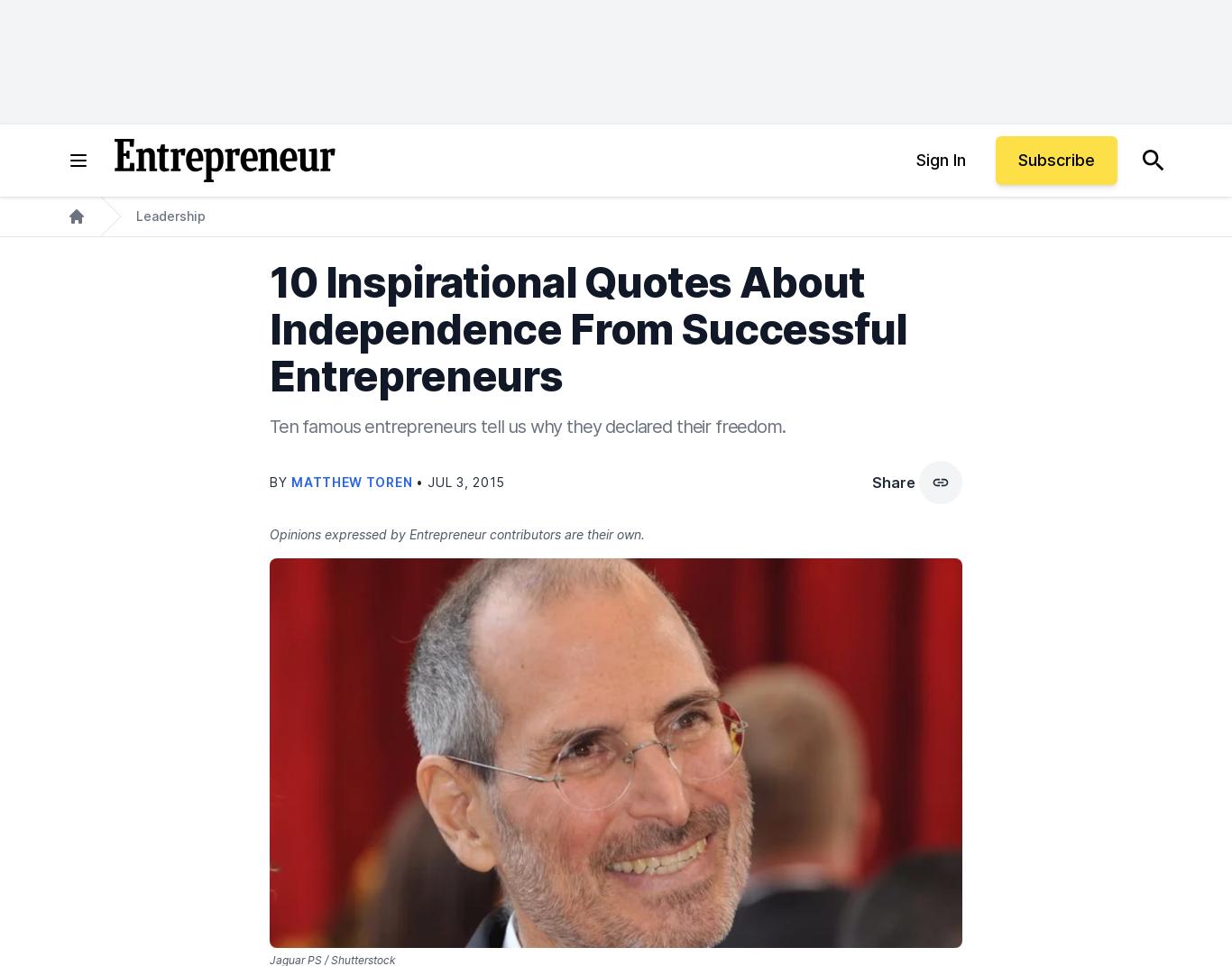 The width and height of the screenshot is (1232, 966). Describe the element at coordinates (291, 488) in the screenshot. I see `'How I Trained My Intuition to Make Decisions Quickly'` at that location.